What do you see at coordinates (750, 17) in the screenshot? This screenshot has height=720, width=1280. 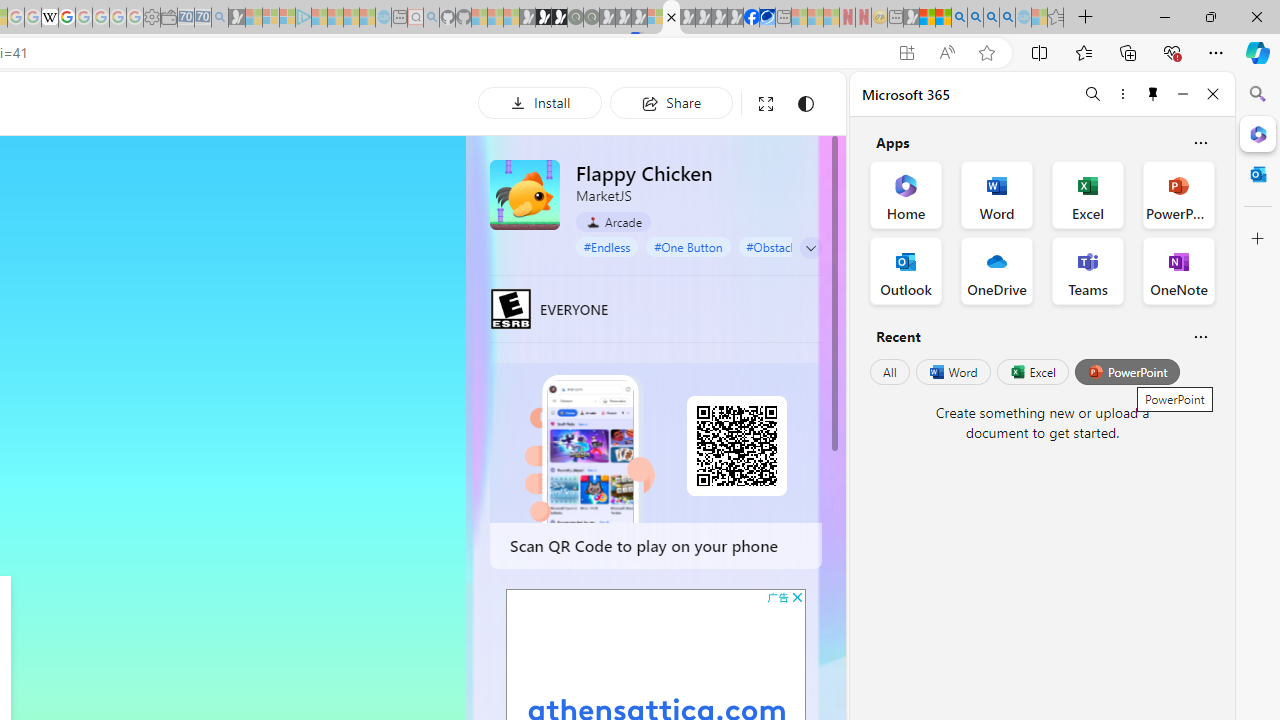 I see `'Nordace | Facebook'` at bounding box center [750, 17].